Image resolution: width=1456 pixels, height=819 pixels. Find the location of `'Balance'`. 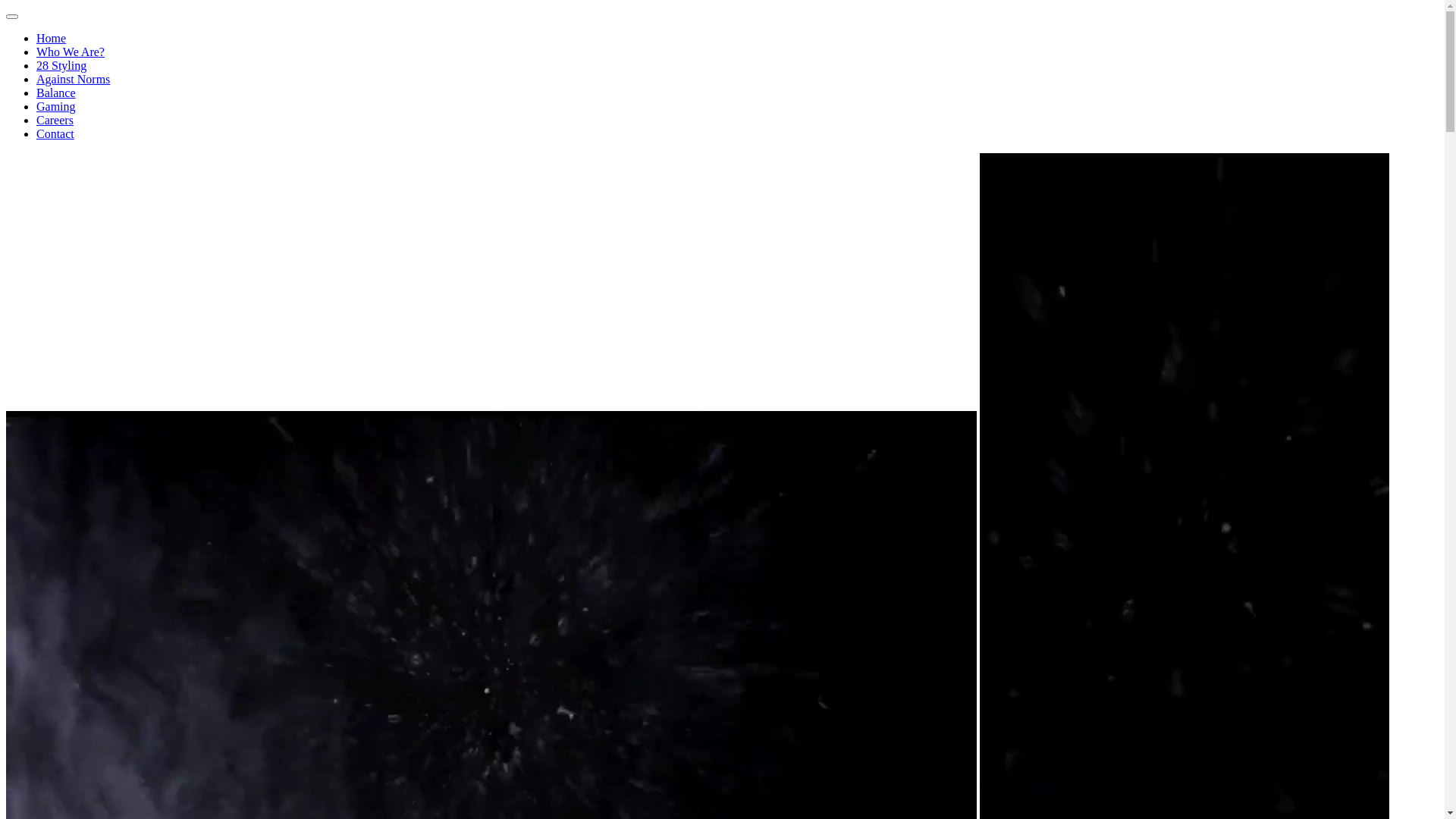

'Balance' is located at coordinates (55, 93).